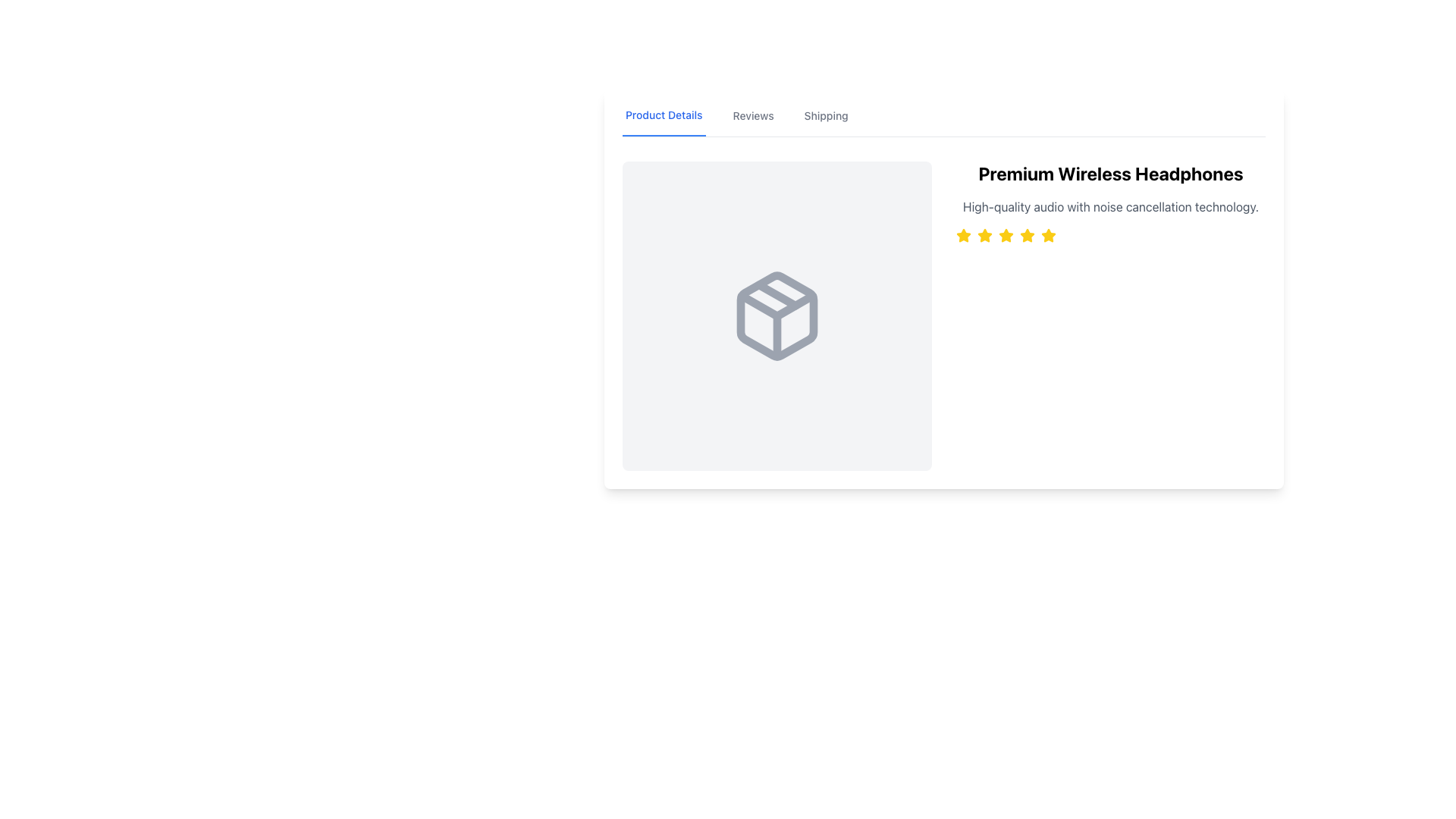 This screenshot has width=1456, height=819. I want to click on the sixth star icon in the row of yellow star icons, located below the title 'Premium Wireless Headphones.', so click(1027, 236).